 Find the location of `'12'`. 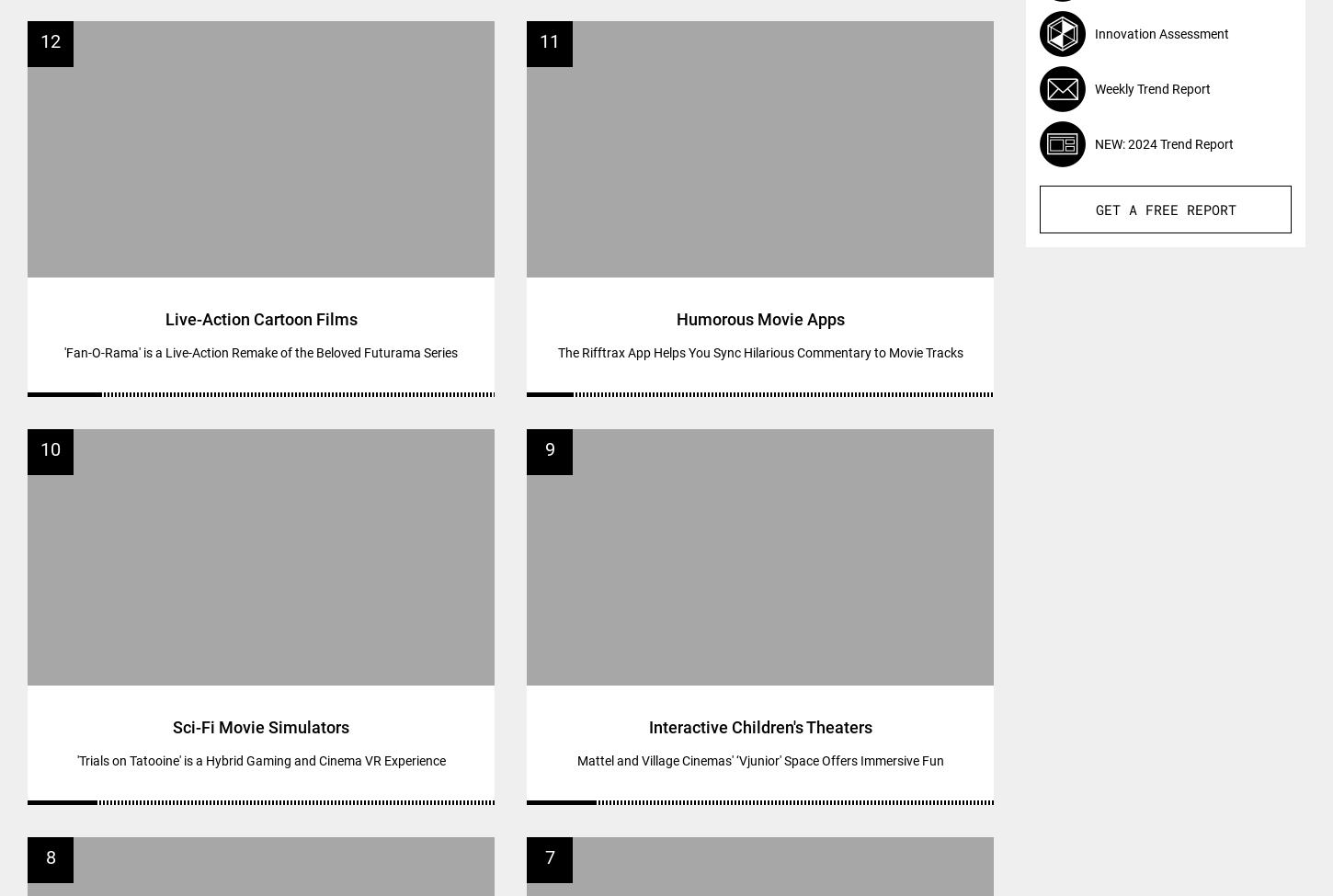

'12' is located at coordinates (50, 40).